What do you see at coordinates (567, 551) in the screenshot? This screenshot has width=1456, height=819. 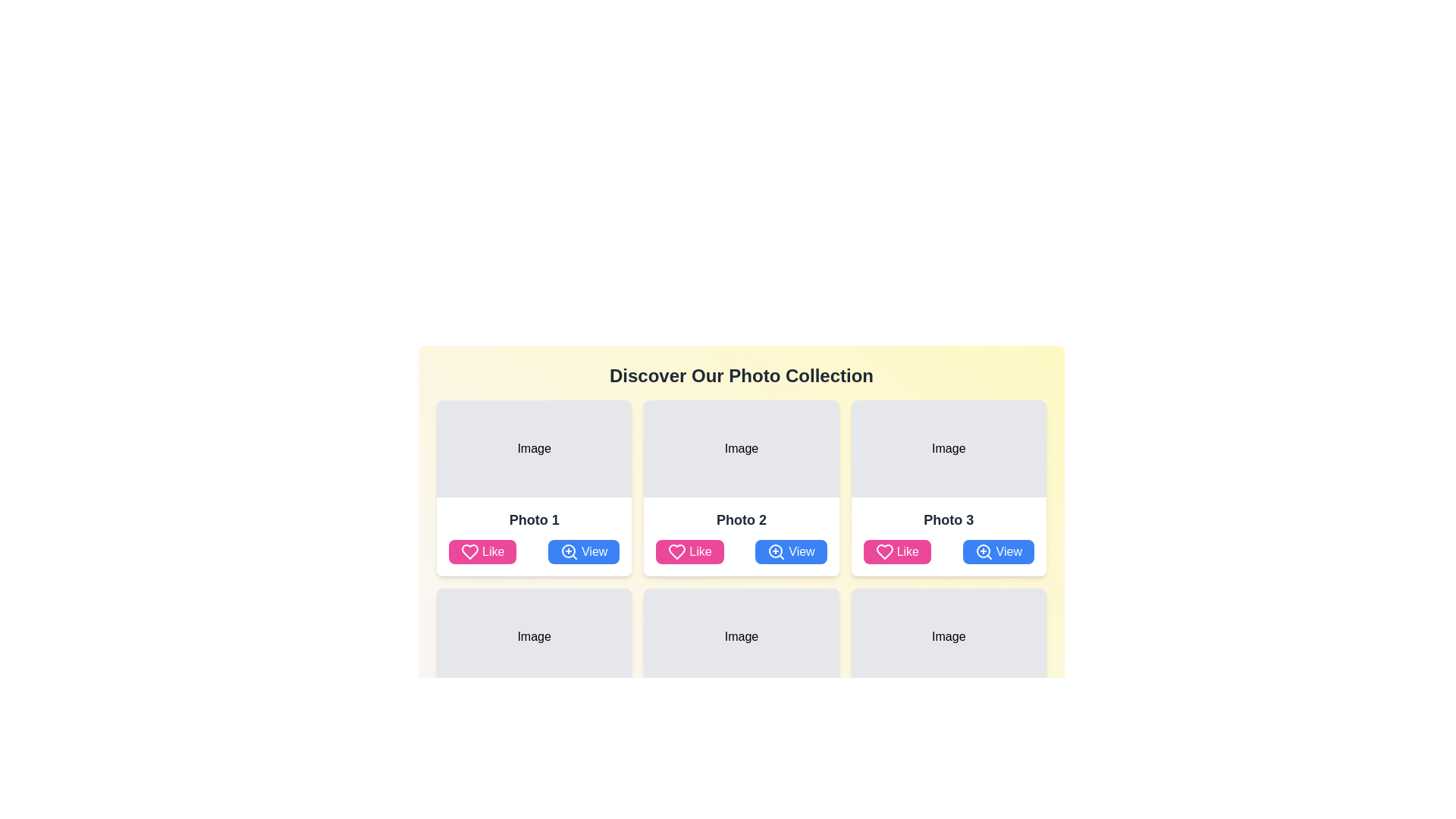 I see `the small circular SVG element styled as part of the magnifying glass icon, located within the blue 'View' button under 'Photo 1' in the 'Photo Collection' row` at bounding box center [567, 551].